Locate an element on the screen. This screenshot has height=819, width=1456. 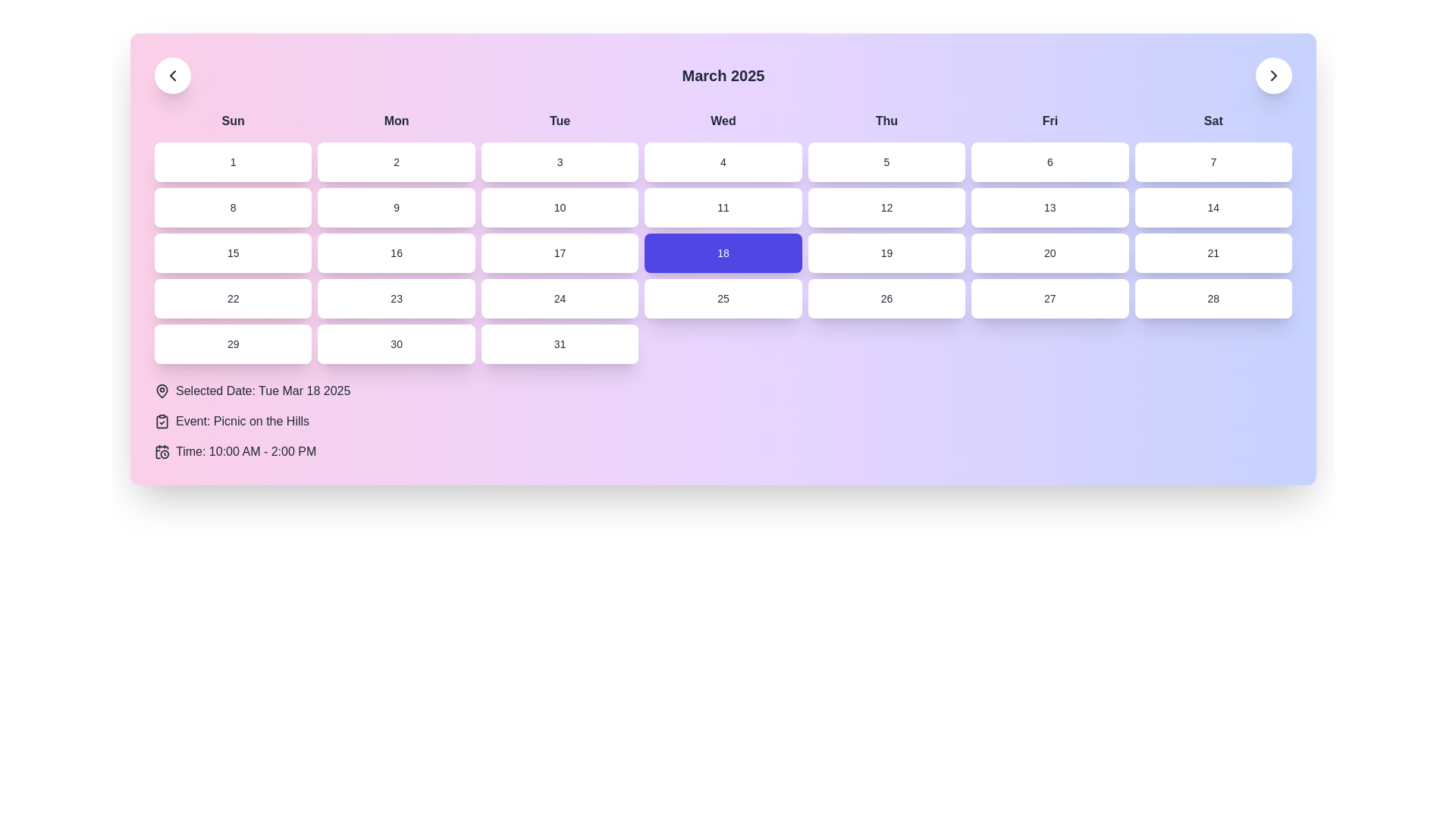
the button representing the first day of the calendar month is located at coordinates (232, 162).